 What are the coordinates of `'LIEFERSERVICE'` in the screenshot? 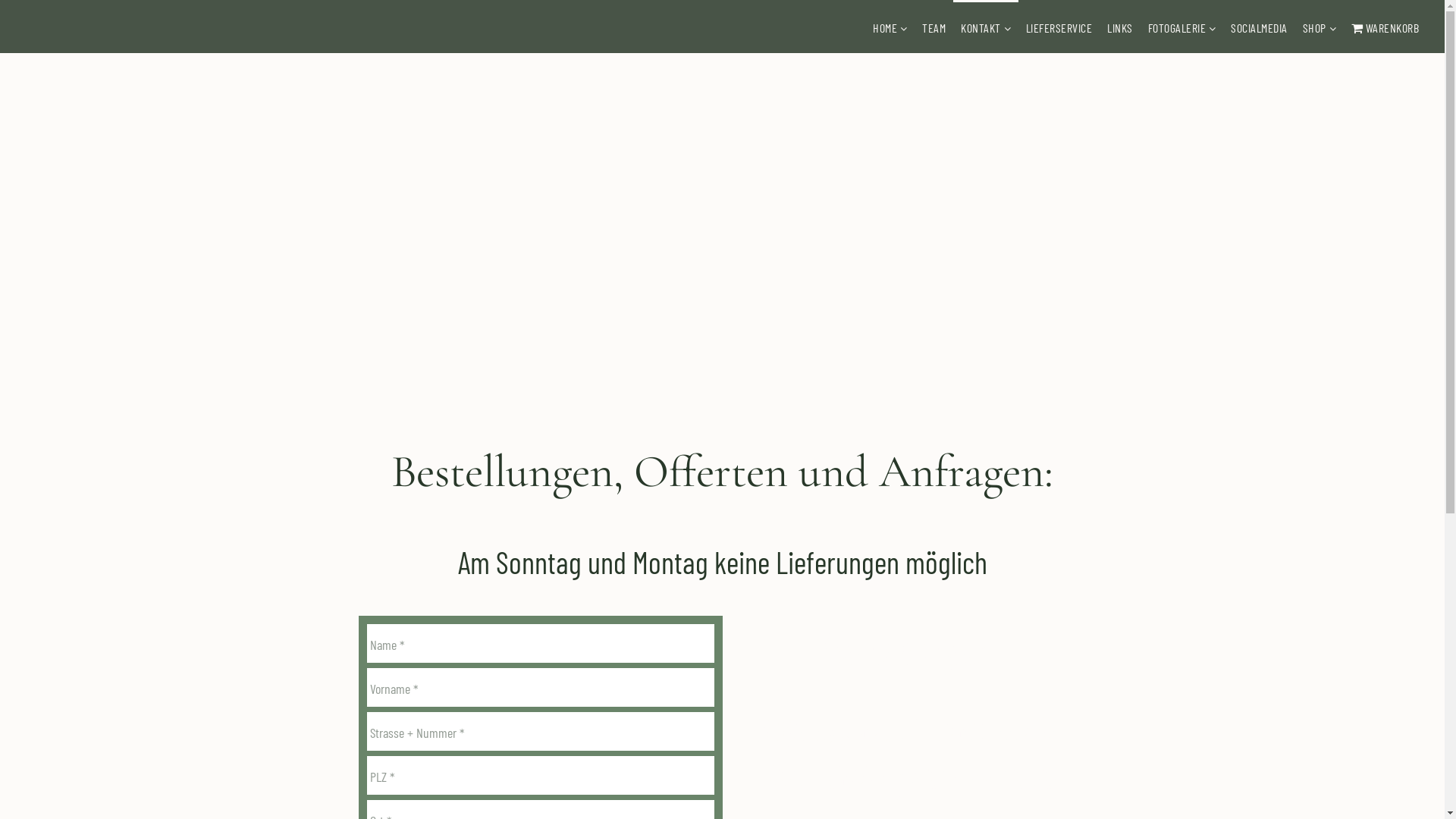 It's located at (1058, 27).